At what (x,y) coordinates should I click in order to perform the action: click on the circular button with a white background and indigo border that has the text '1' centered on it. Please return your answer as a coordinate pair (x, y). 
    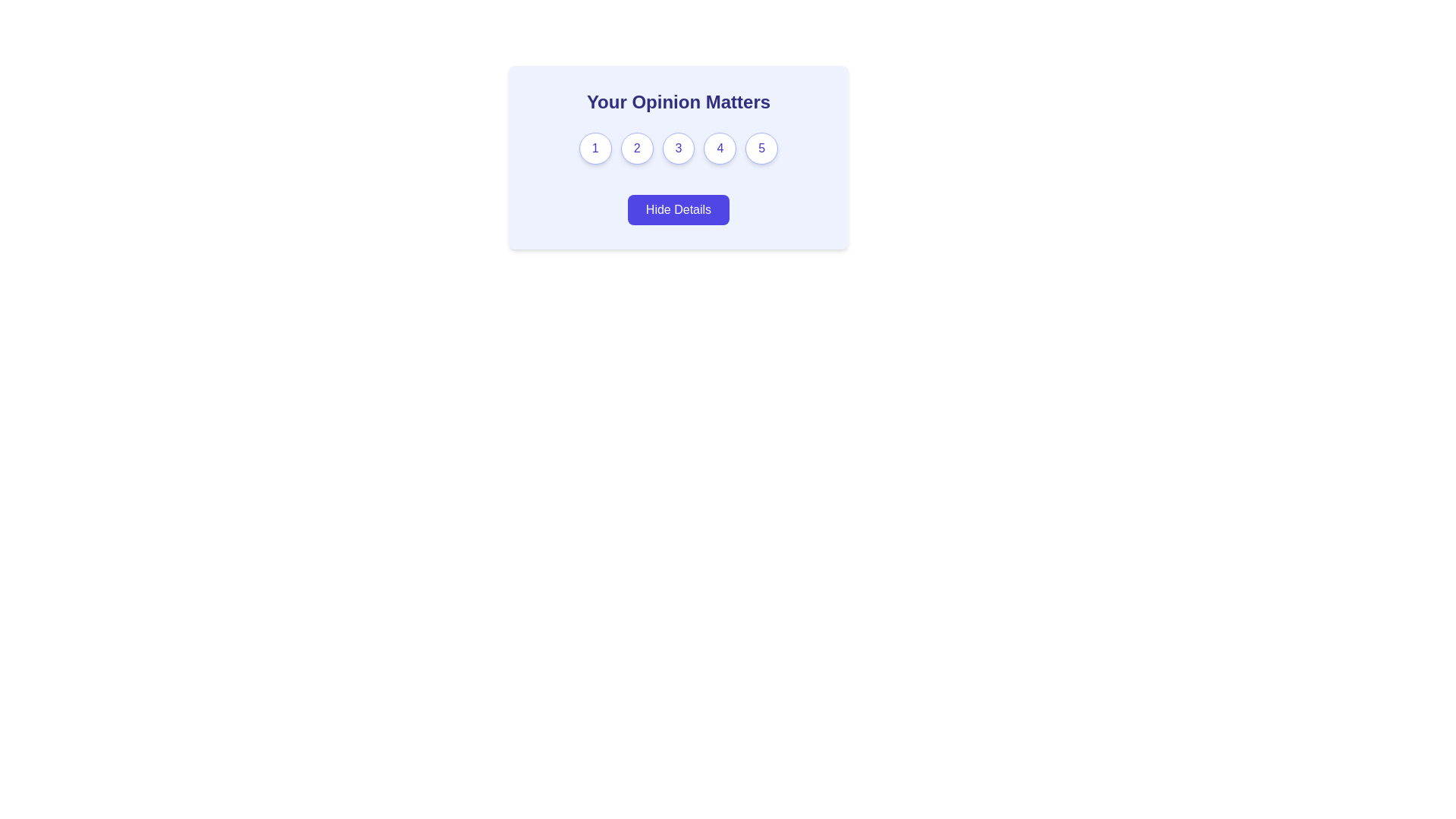
    Looking at the image, I should click on (595, 149).